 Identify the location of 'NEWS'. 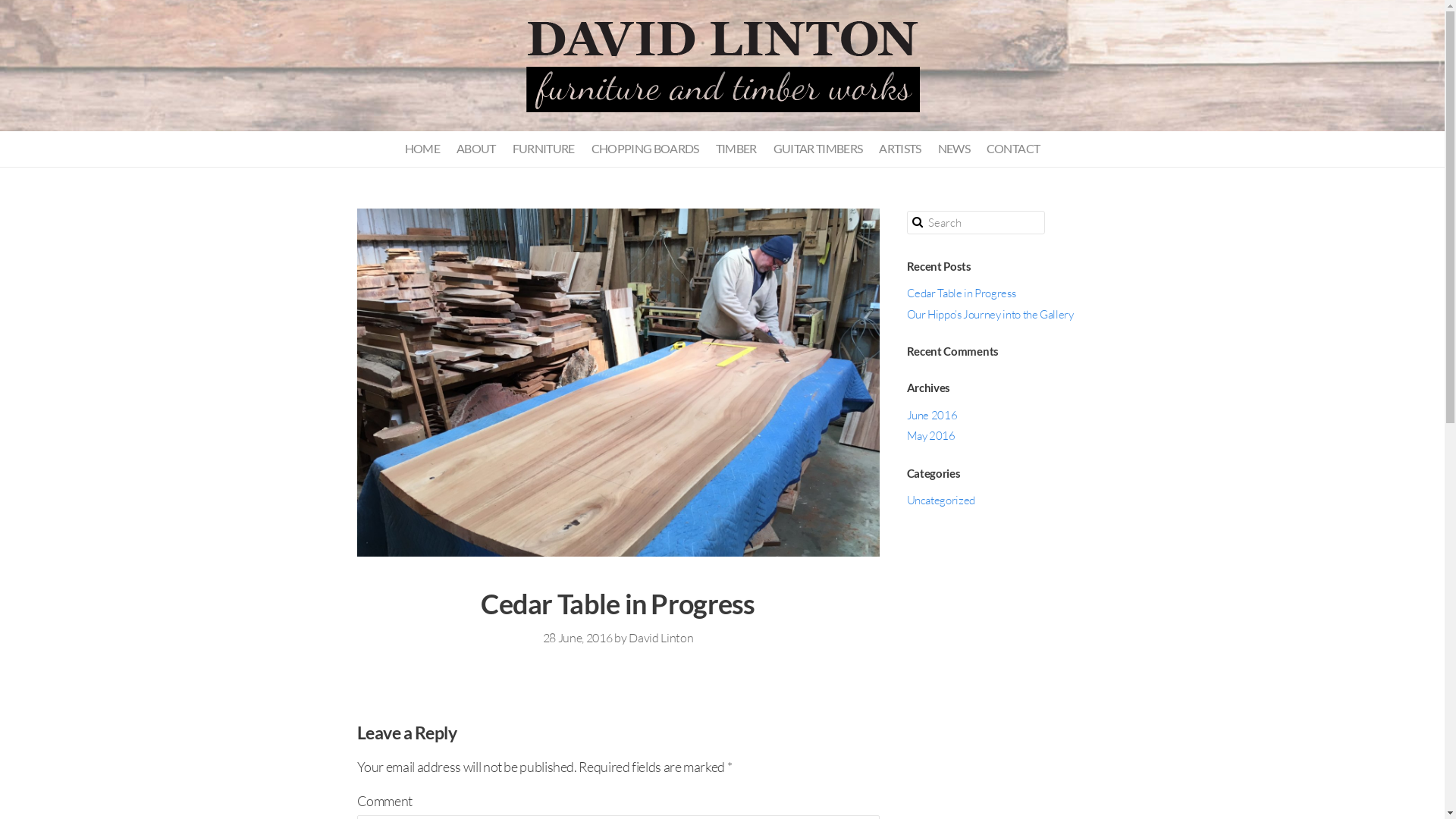
(952, 149).